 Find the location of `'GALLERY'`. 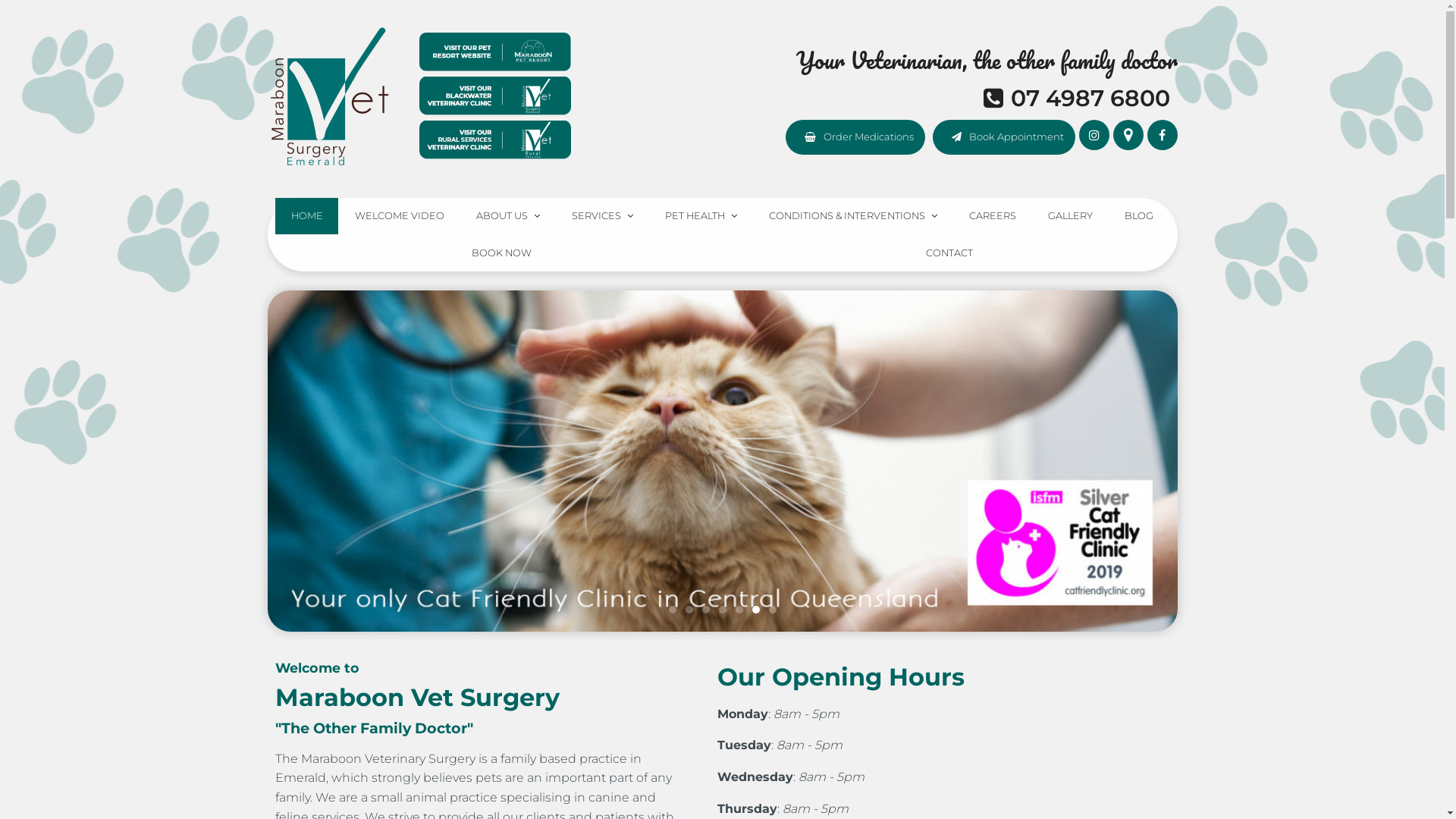

'GALLERY' is located at coordinates (1069, 216).